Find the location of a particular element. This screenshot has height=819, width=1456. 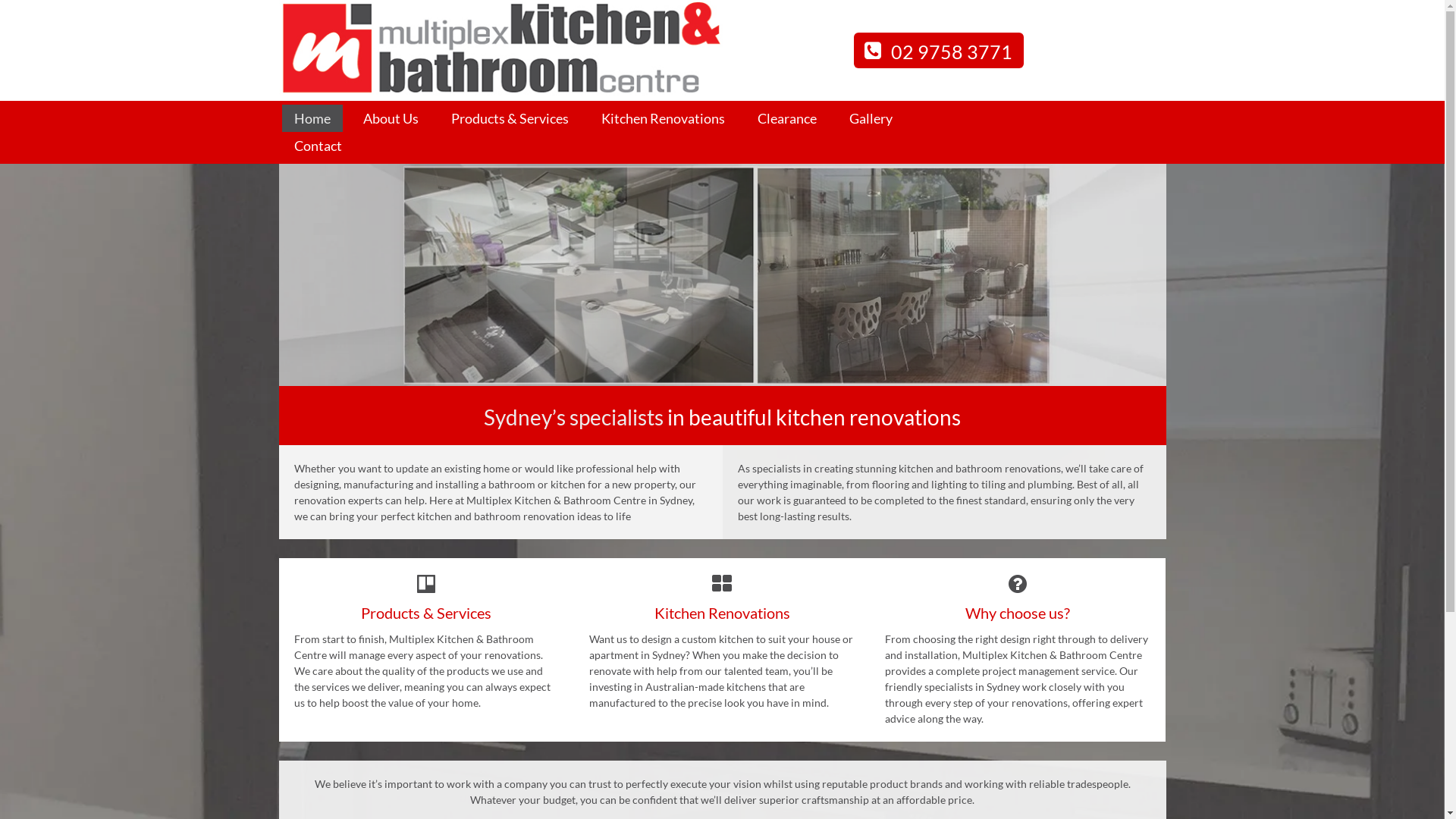

'Products & Services' is located at coordinates (509, 118).